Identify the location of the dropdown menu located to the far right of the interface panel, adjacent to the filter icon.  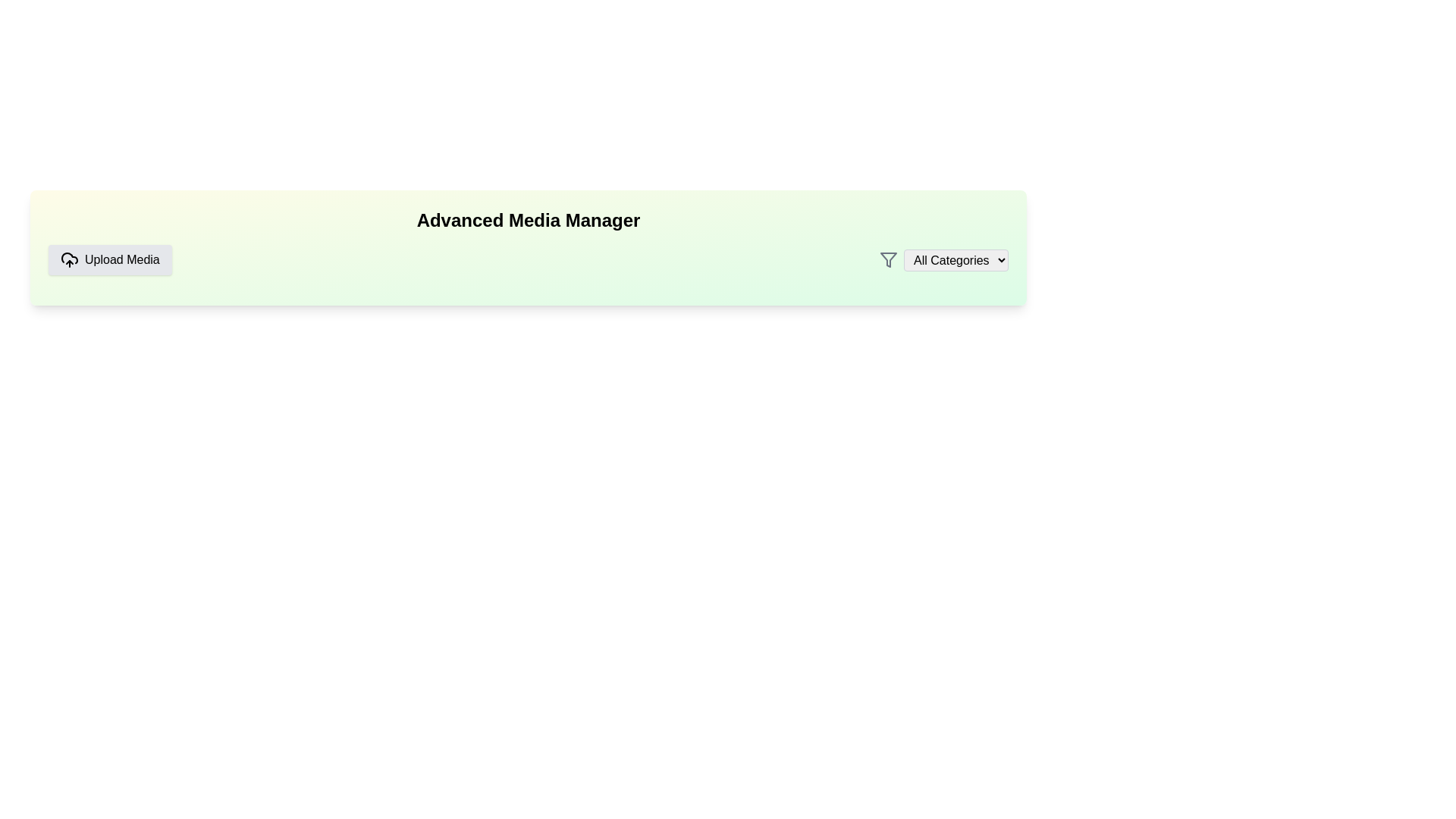
(955, 259).